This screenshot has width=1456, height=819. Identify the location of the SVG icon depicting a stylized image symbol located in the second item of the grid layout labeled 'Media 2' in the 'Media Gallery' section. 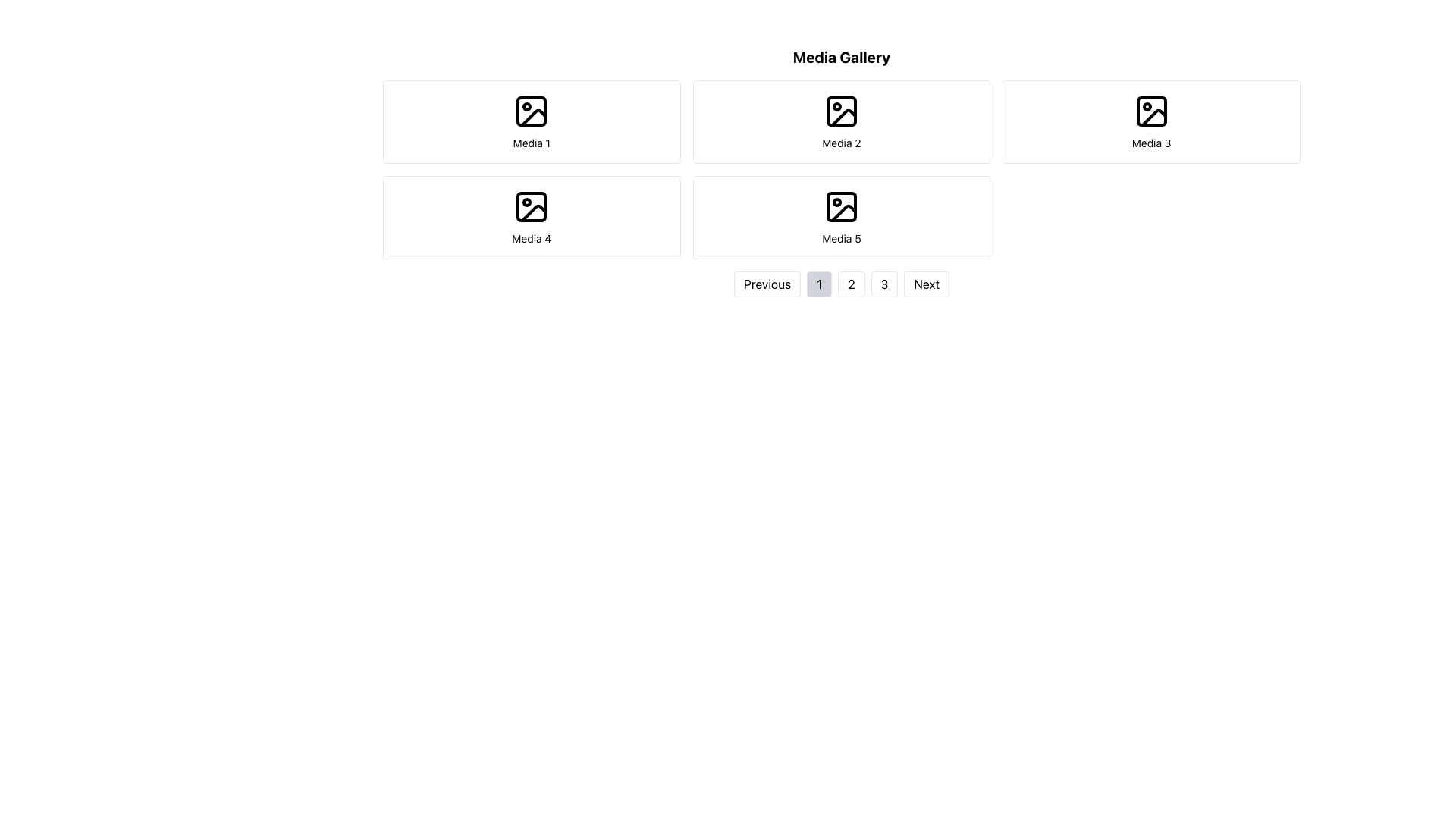
(840, 110).